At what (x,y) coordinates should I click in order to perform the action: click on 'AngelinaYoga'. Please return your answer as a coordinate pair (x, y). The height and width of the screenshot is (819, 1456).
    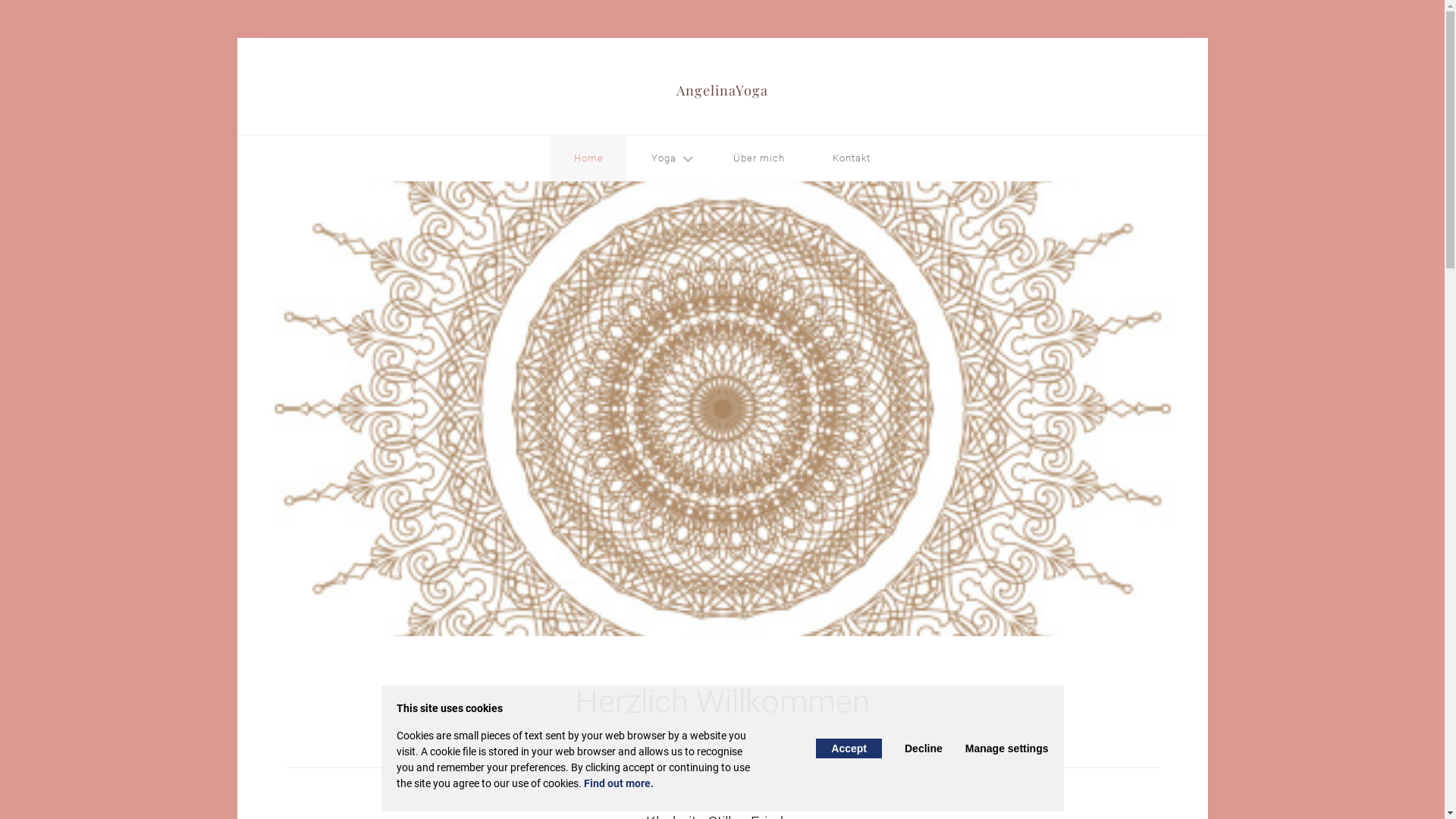
    Looking at the image, I should click on (676, 93).